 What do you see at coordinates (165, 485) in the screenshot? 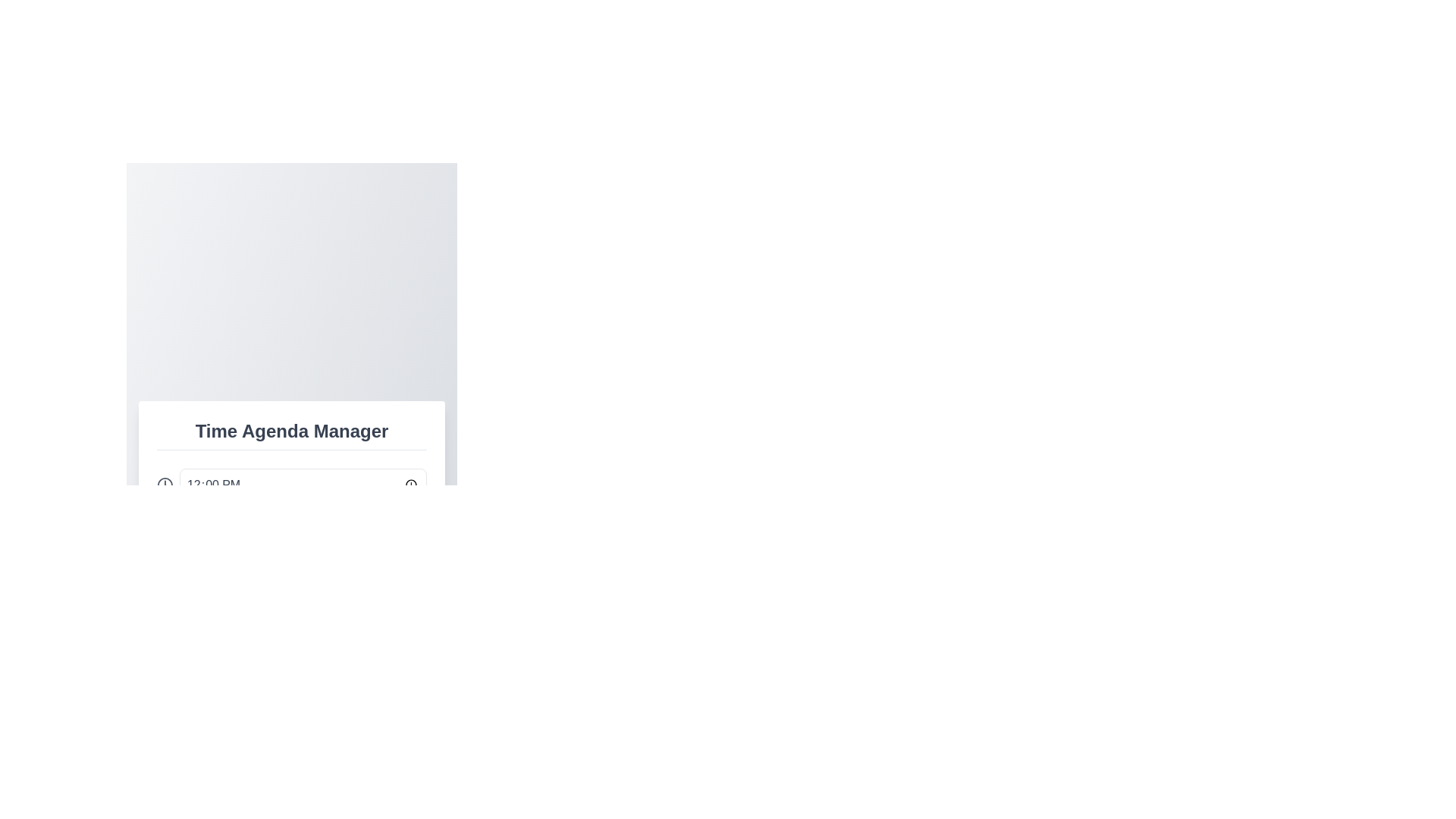
I see `the clock icon located at the leftmost part of a horizontal group before the time input field` at bounding box center [165, 485].